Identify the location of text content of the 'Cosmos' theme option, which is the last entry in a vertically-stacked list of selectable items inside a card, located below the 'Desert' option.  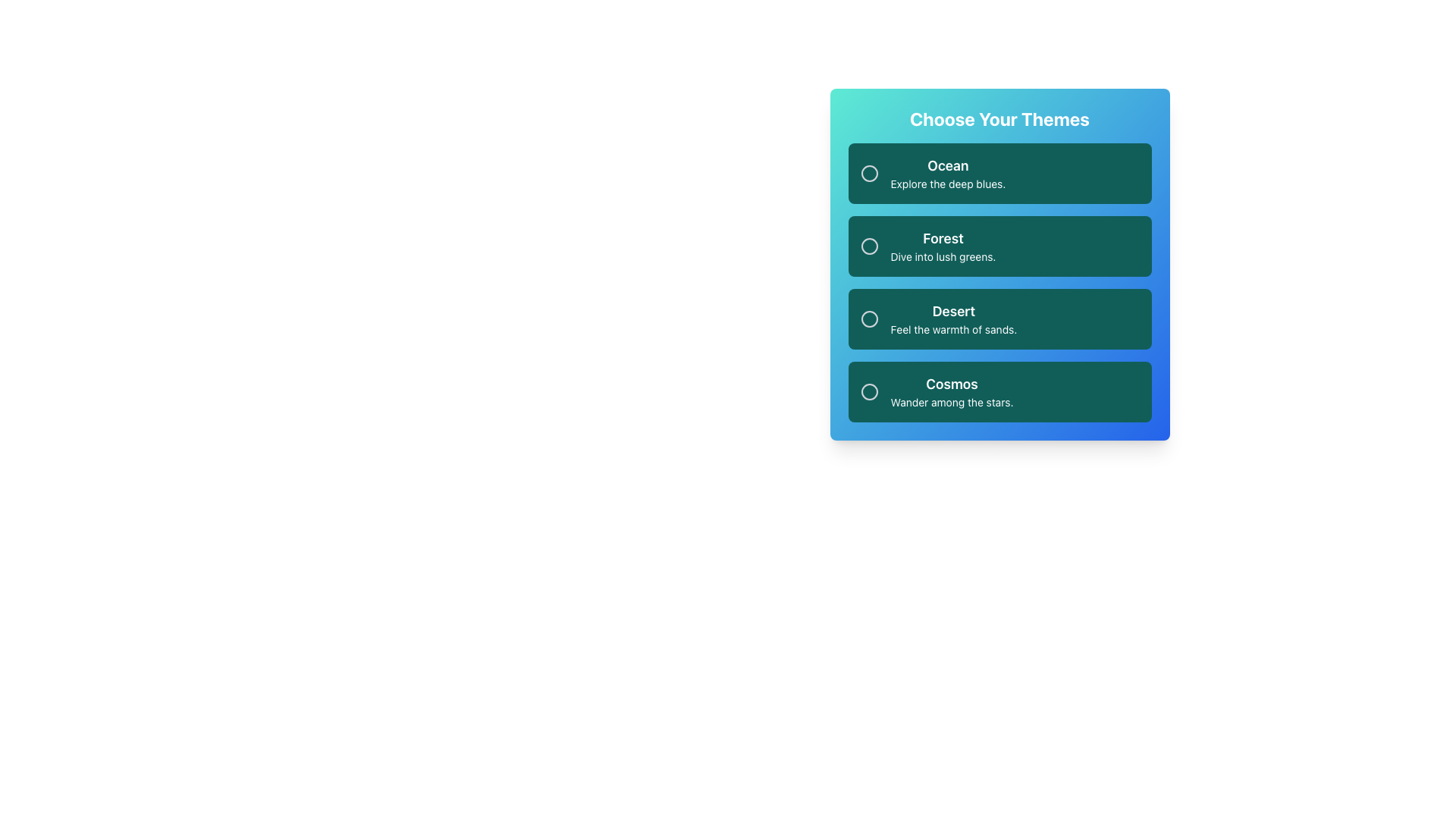
(951, 391).